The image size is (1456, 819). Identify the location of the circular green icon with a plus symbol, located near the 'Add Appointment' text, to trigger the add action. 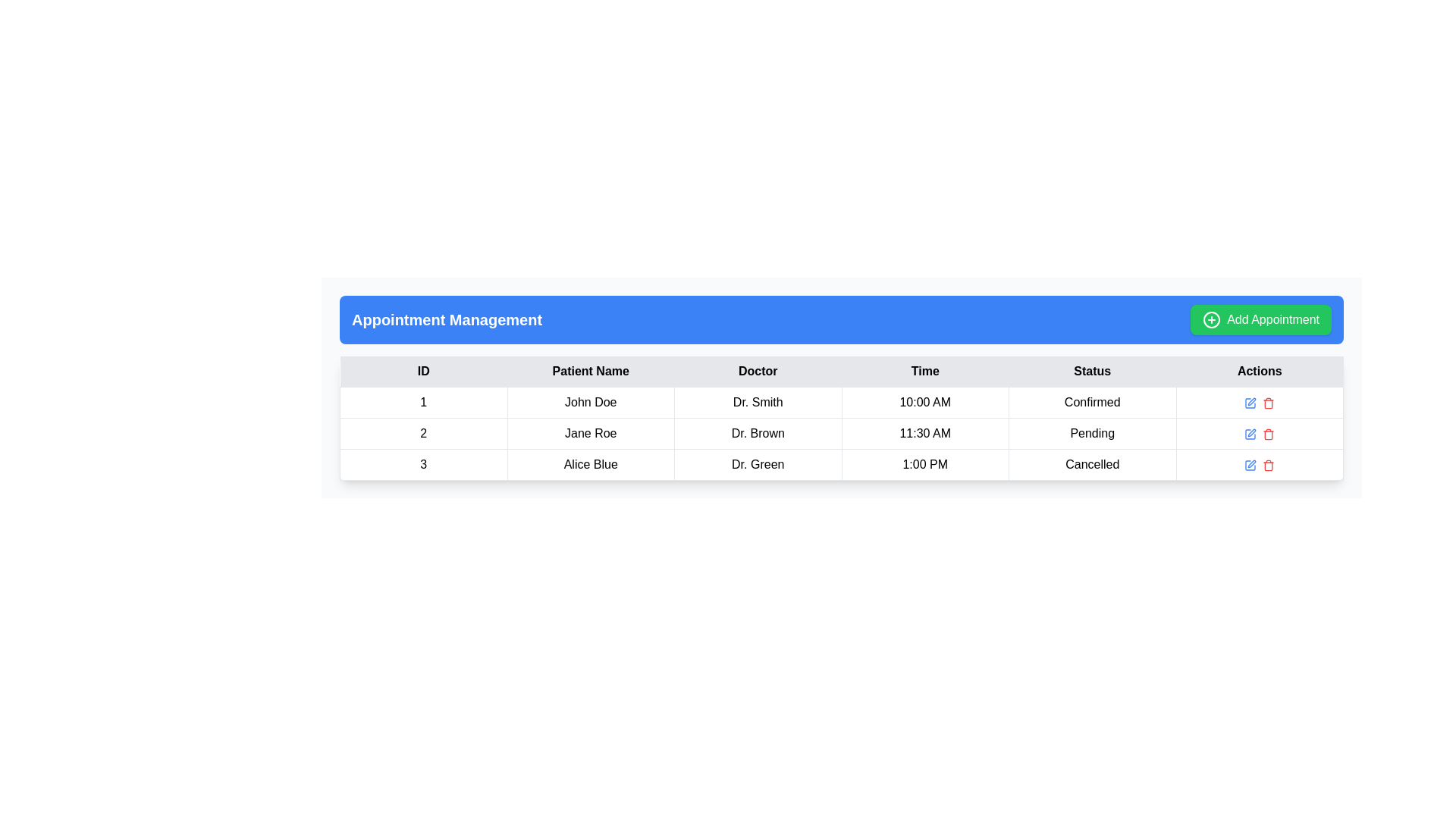
(1211, 318).